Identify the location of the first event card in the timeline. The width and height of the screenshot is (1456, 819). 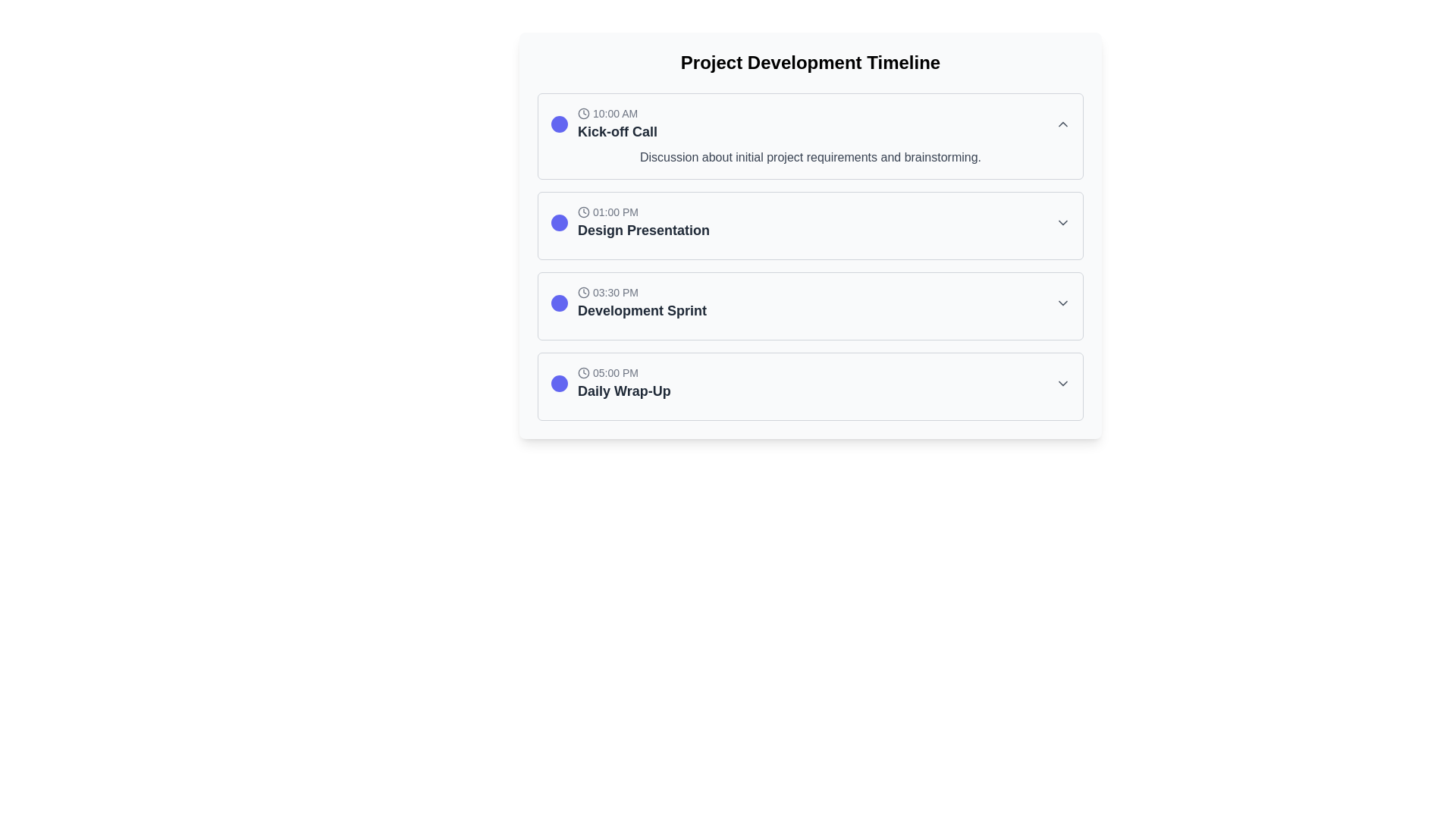
(810, 136).